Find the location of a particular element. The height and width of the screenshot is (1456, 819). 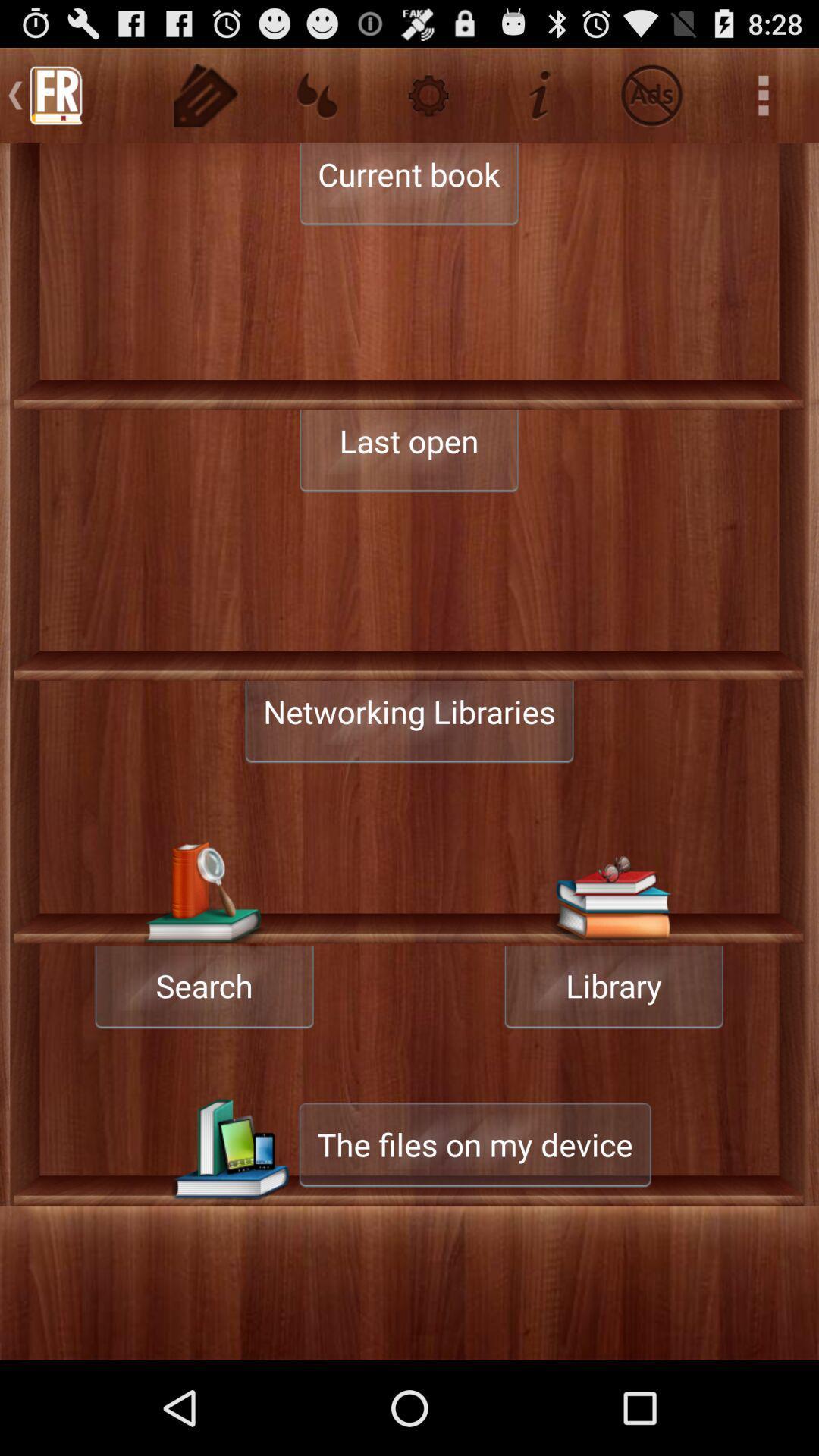

three dots on top right of page is located at coordinates (763, 94).